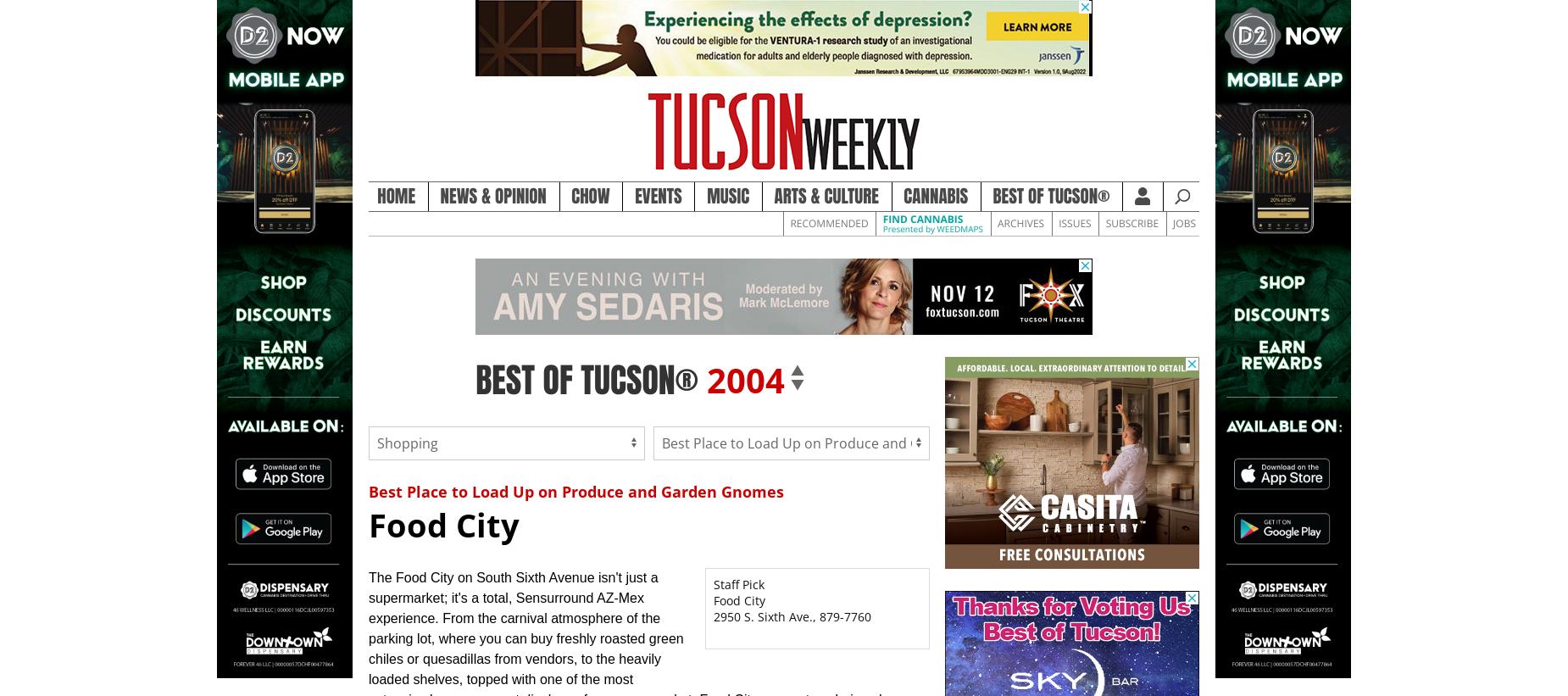  I want to click on 'Home', so click(396, 196).